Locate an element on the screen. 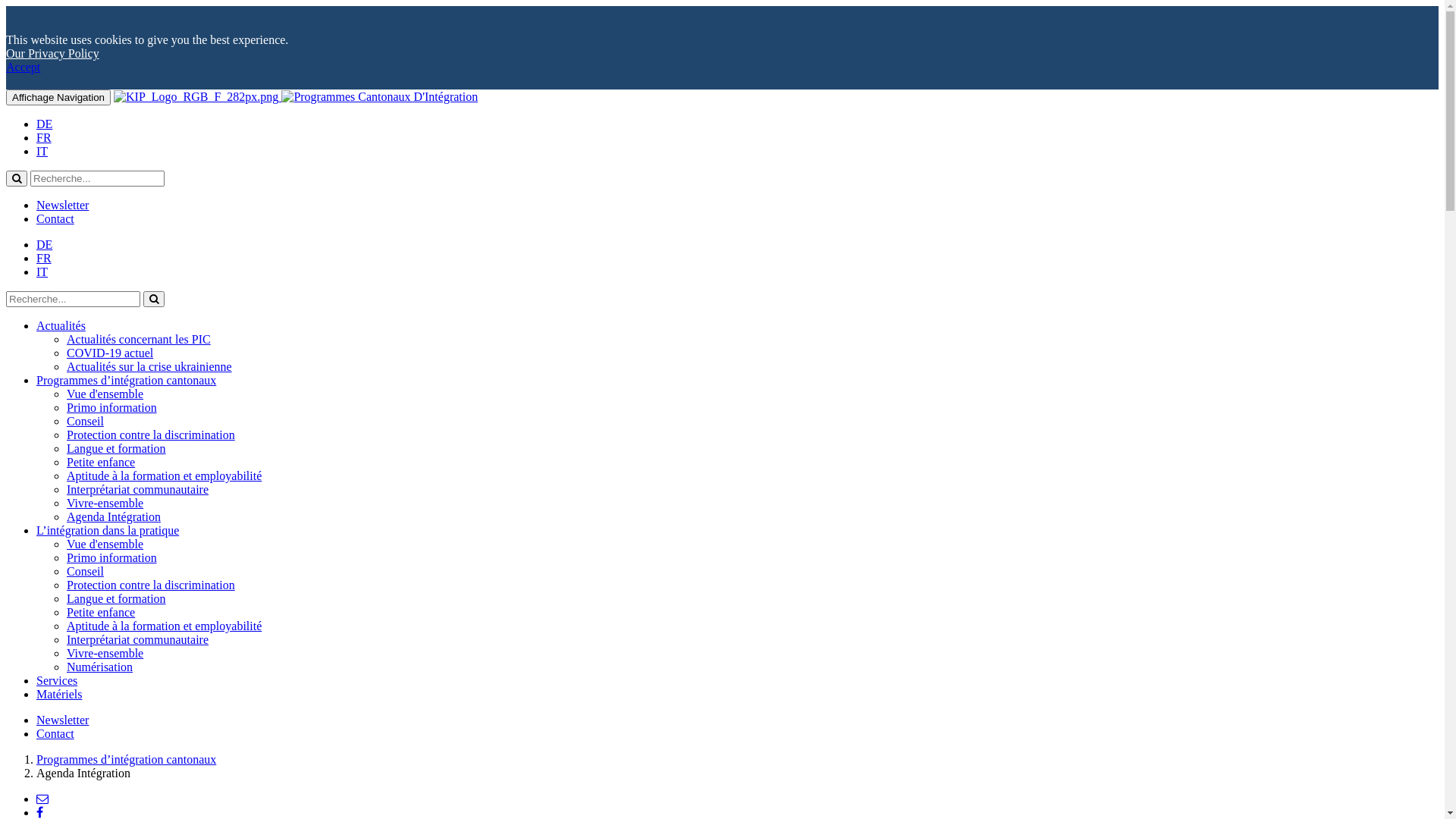 The height and width of the screenshot is (819, 1456). 'IT' is located at coordinates (42, 271).